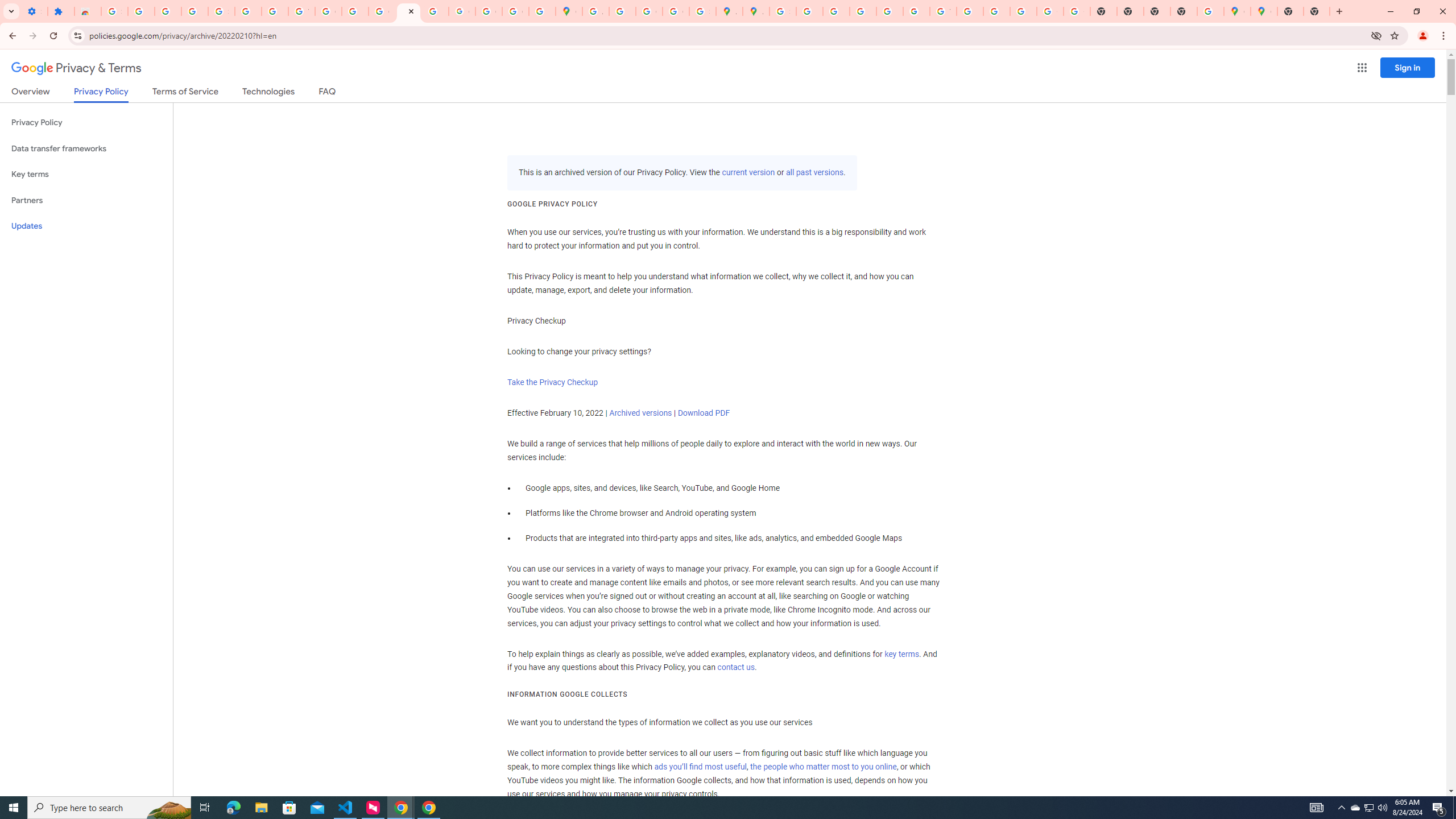 This screenshot has height=819, width=1456. I want to click on 'New Tab', so click(1290, 11).